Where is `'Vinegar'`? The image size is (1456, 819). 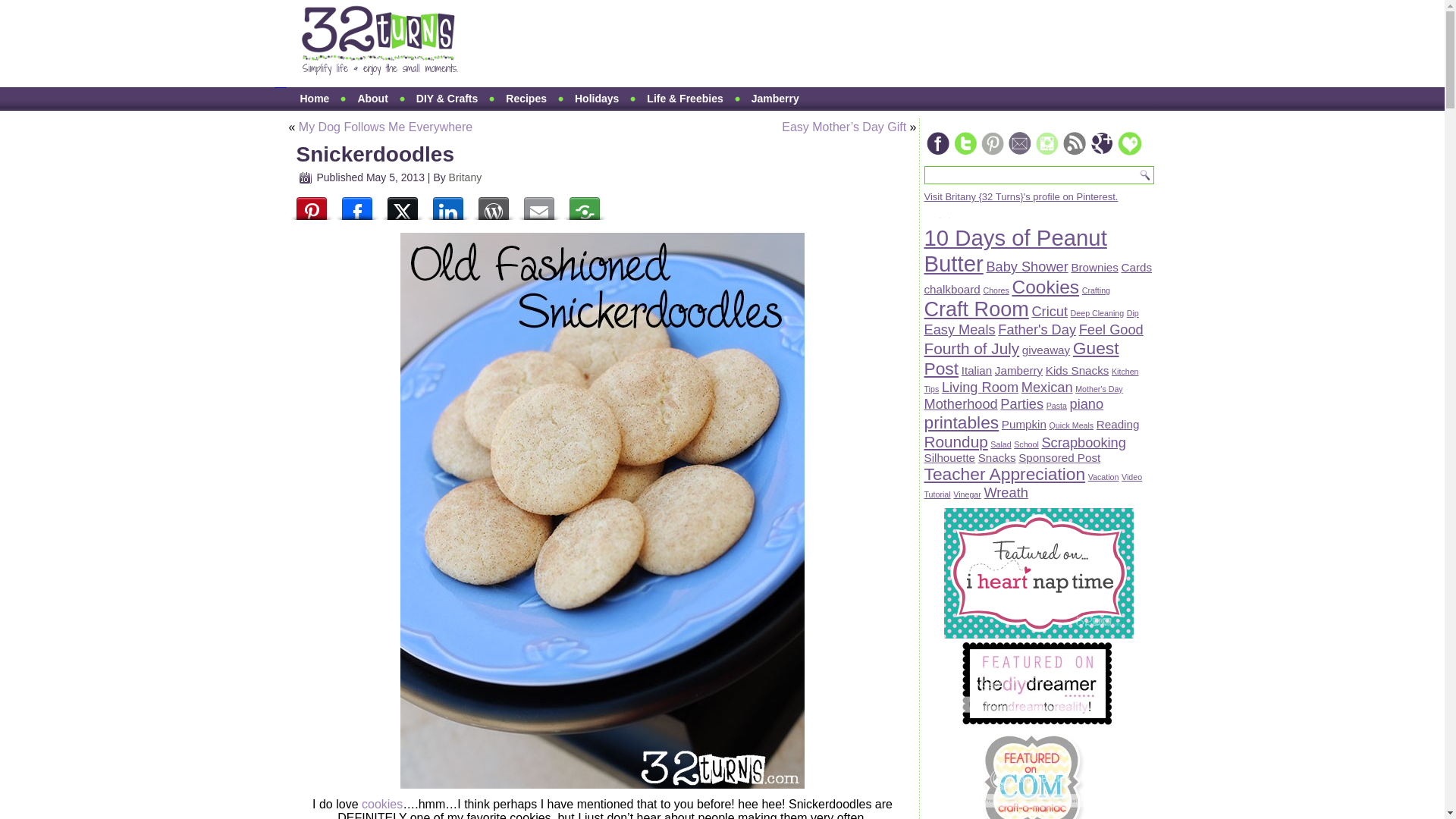 'Vinegar' is located at coordinates (966, 494).